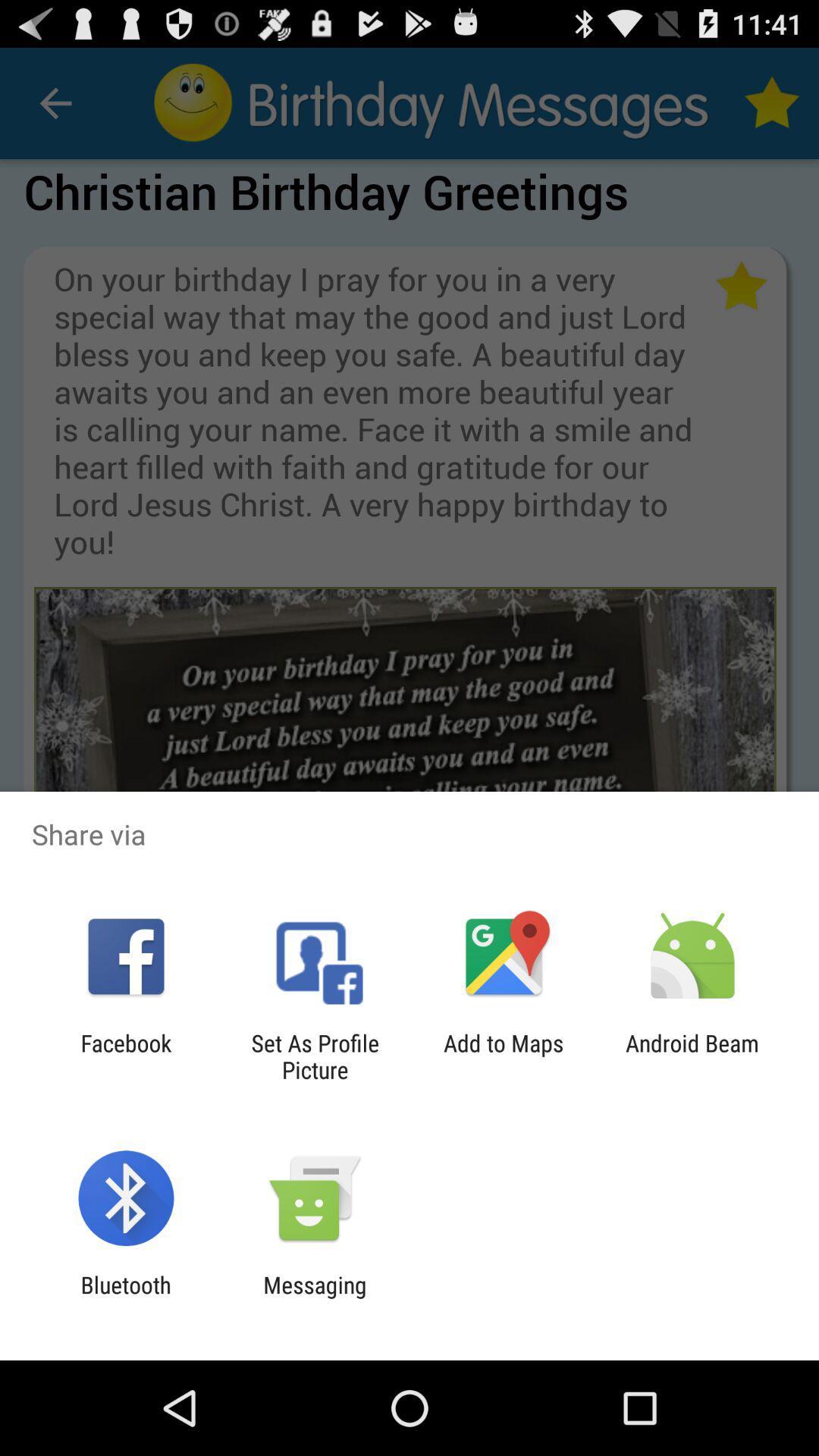 This screenshot has width=819, height=1456. What do you see at coordinates (314, 1056) in the screenshot?
I see `the set as profile icon` at bounding box center [314, 1056].